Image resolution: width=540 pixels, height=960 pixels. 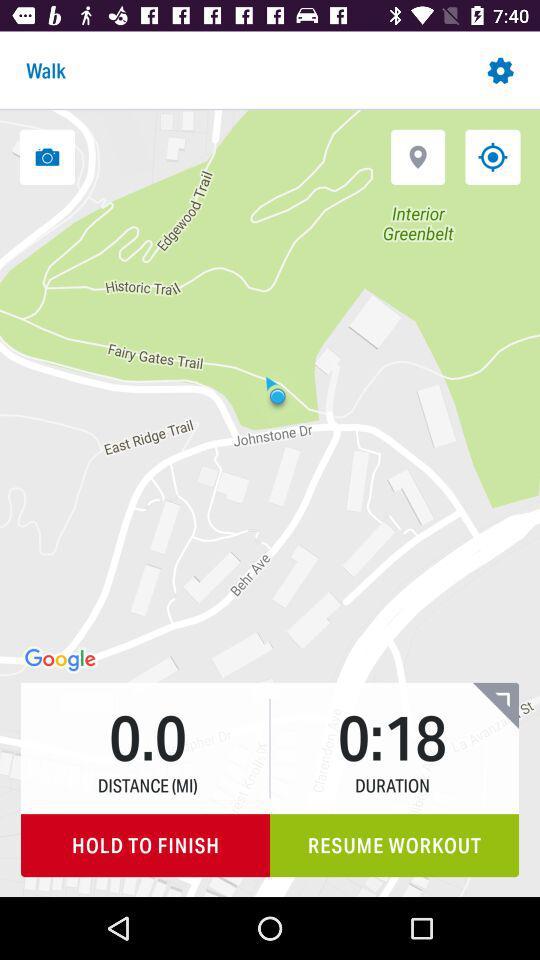 What do you see at coordinates (47, 156) in the screenshot?
I see `the icon at the top left corner` at bounding box center [47, 156].